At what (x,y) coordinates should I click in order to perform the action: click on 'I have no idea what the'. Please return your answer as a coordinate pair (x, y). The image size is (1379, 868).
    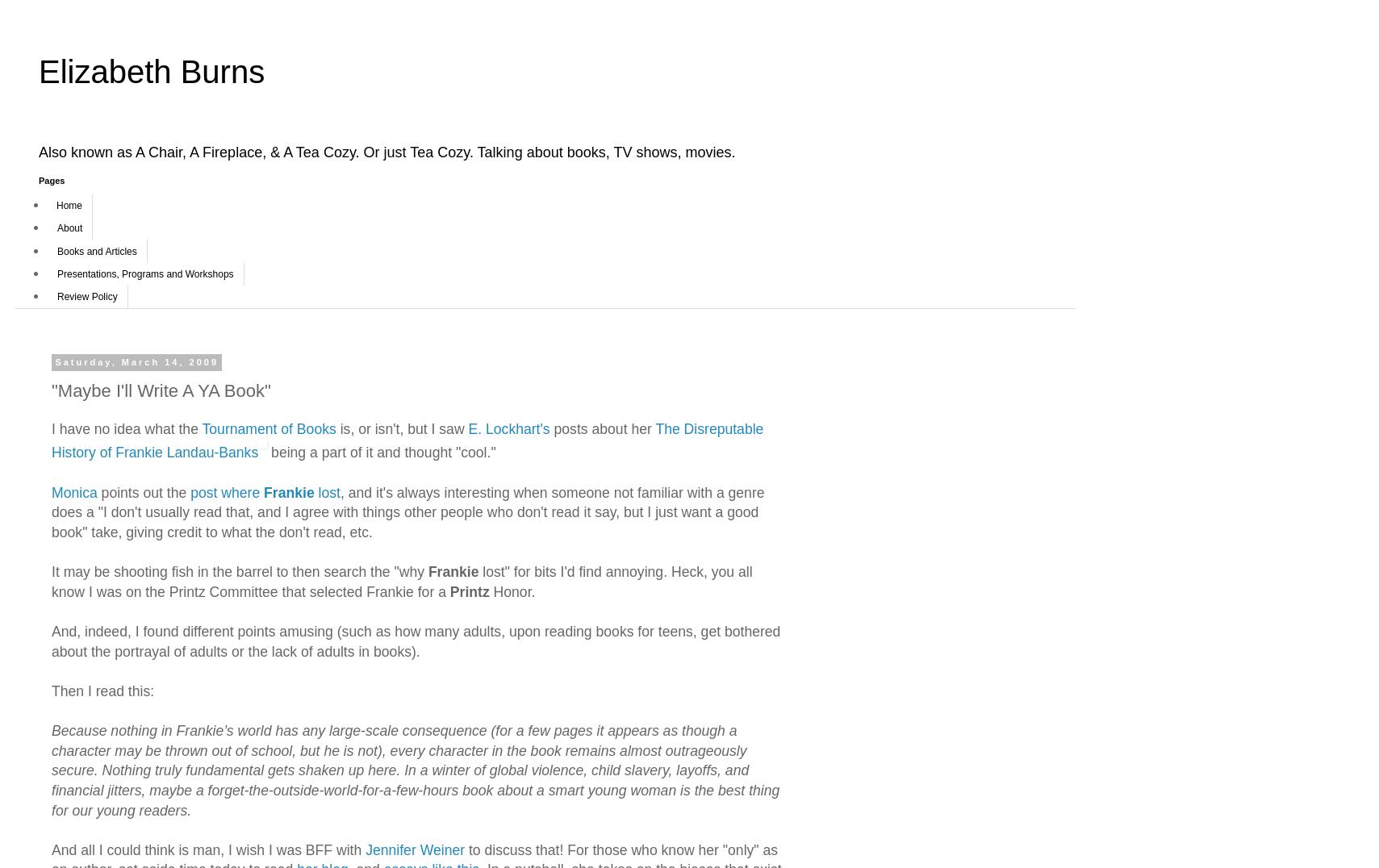
    Looking at the image, I should click on (126, 428).